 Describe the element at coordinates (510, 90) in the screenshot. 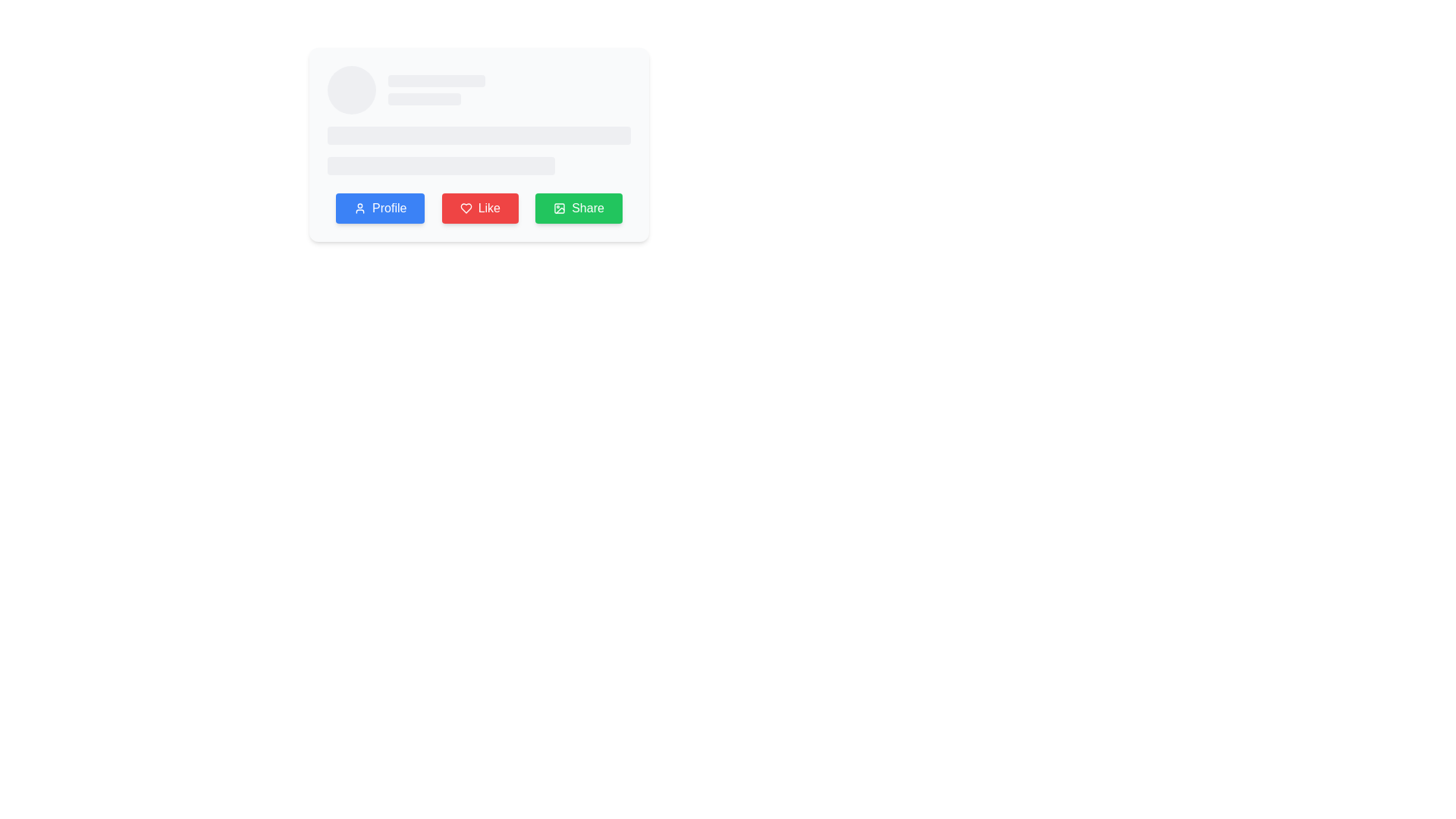

I see `the Skeleton loading placeholder, which is a horizontally elongated rectangular element styled with a grayish color and rounded corners, located to the right of a circular placeholder and between two smaller rounded rectangular placeholders` at that location.